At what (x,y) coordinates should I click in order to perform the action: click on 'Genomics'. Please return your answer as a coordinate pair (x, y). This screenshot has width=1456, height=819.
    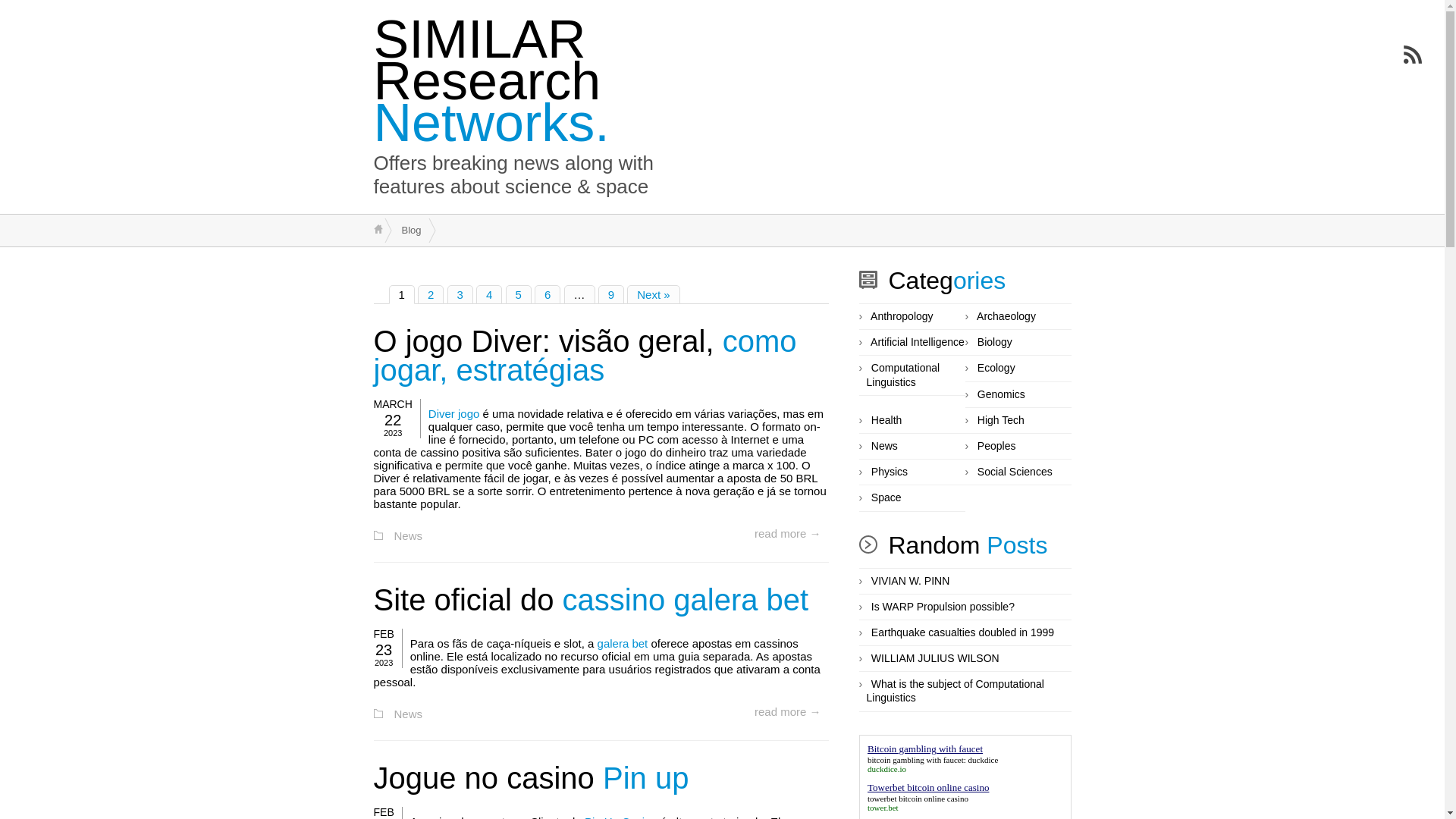
    Looking at the image, I should click on (1001, 394).